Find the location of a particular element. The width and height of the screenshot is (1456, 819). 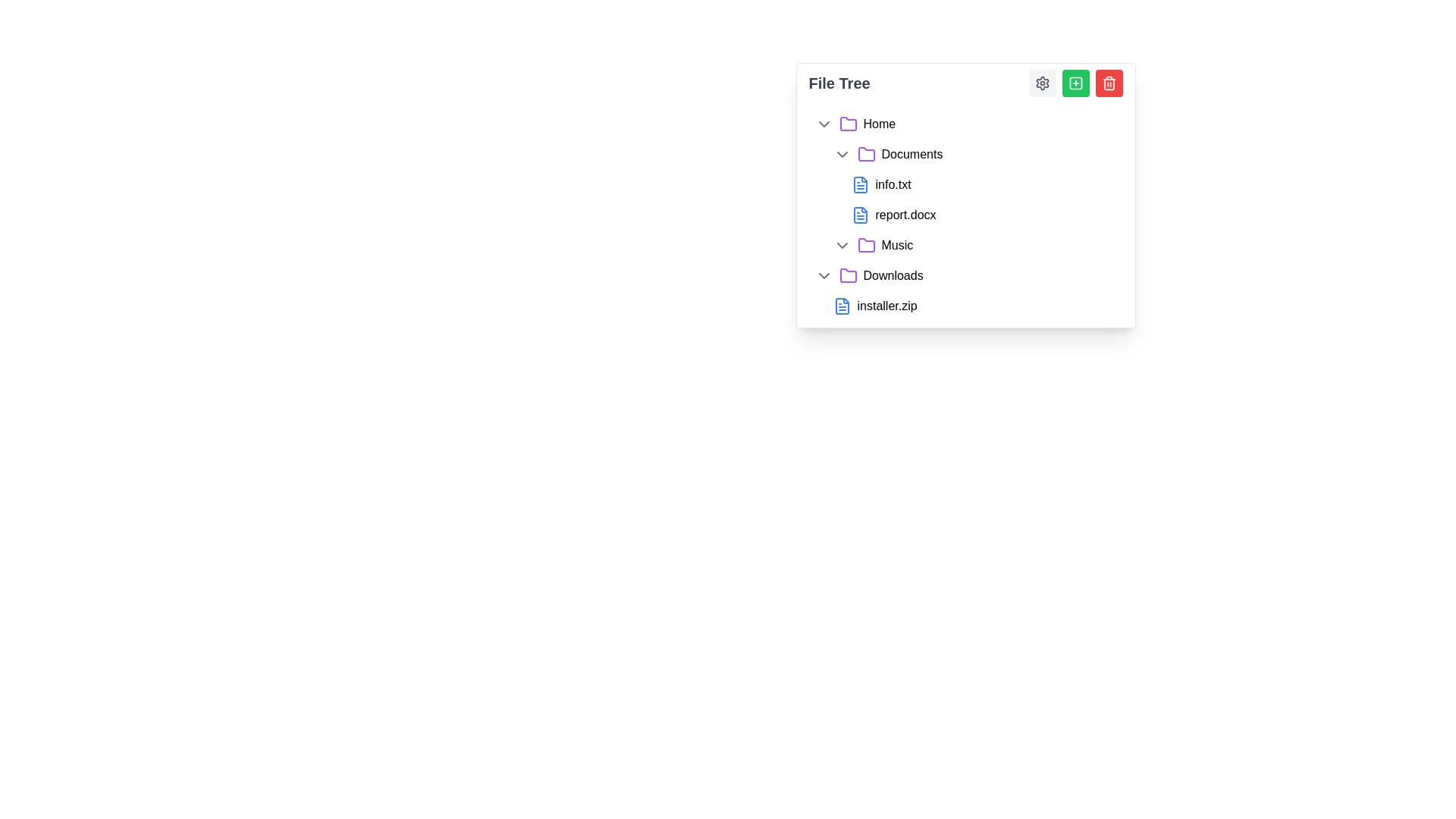

the 'Home' folder icon in the file tree navigation structure, which visually represents the folder concept and is located next to the 'Home' label is located at coordinates (847, 124).